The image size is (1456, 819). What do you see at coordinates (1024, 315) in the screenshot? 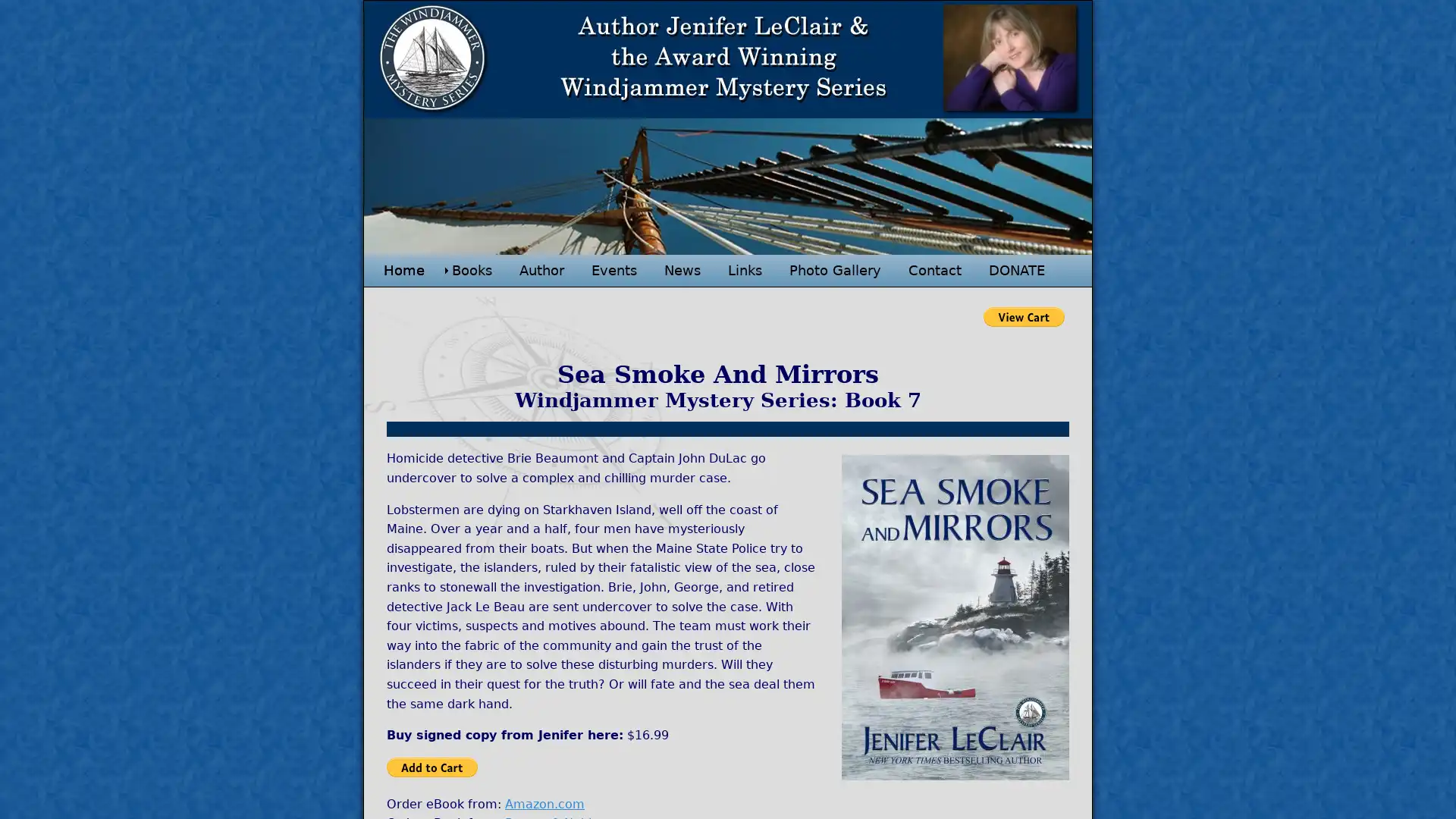
I see `PayPal - The safer, easier way to pay online!` at bounding box center [1024, 315].